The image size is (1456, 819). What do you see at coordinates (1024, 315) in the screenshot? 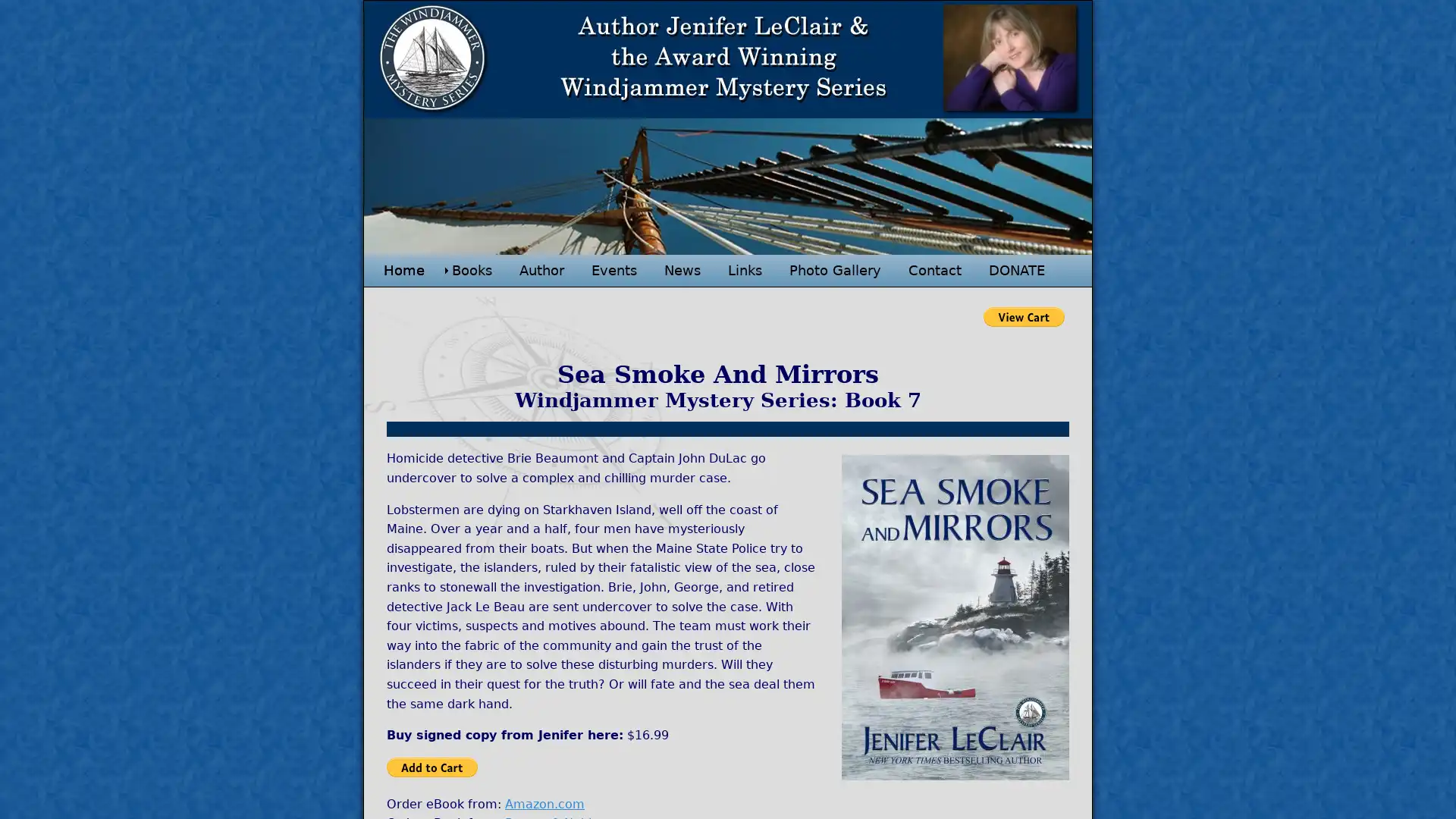
I see `PayPal - The safer, easier way to pay online!` at bounding box center [1024, 315].